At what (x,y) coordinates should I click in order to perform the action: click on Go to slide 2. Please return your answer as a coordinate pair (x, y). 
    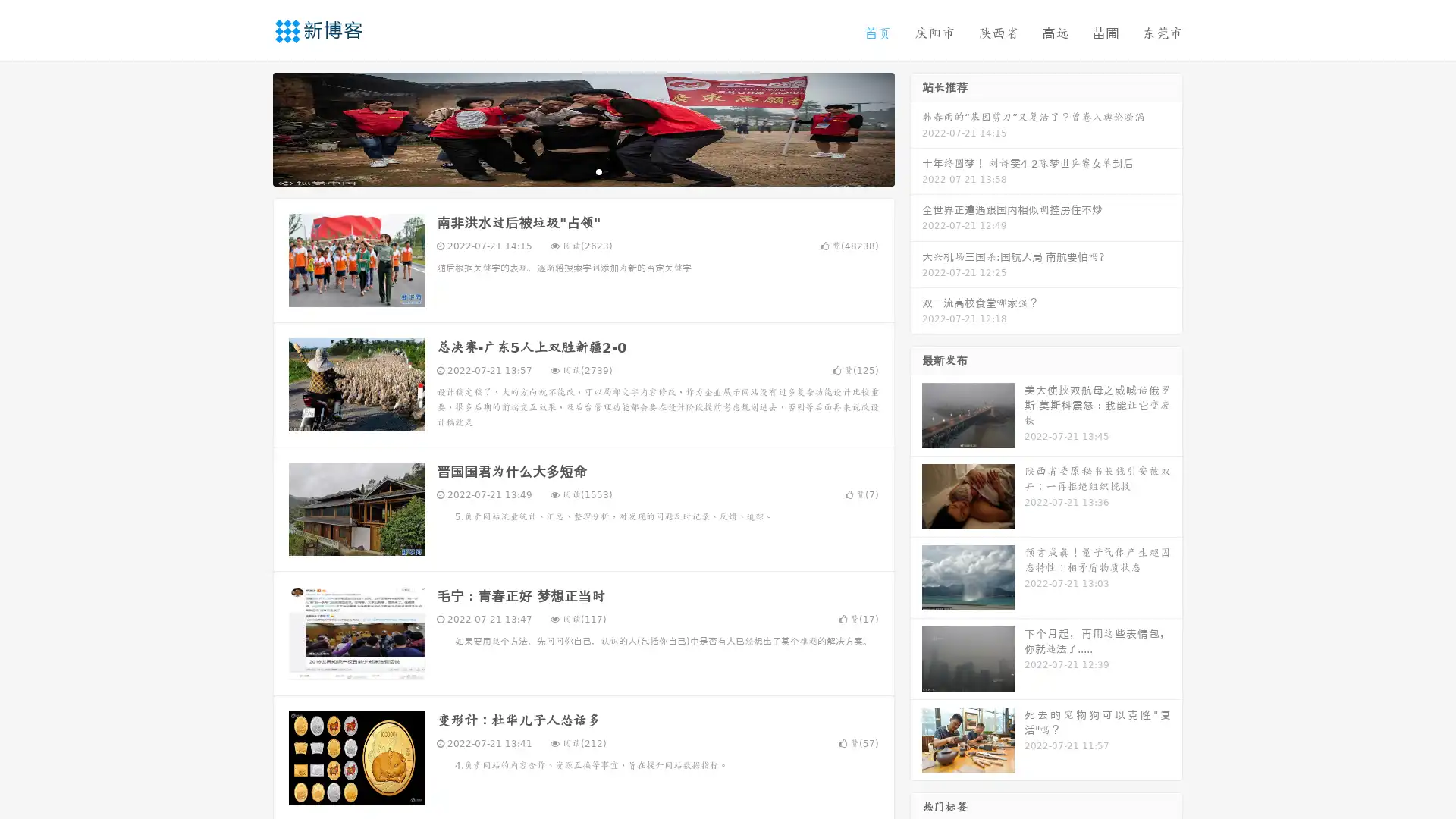
    Looking at the image, I should click on (582, 171).